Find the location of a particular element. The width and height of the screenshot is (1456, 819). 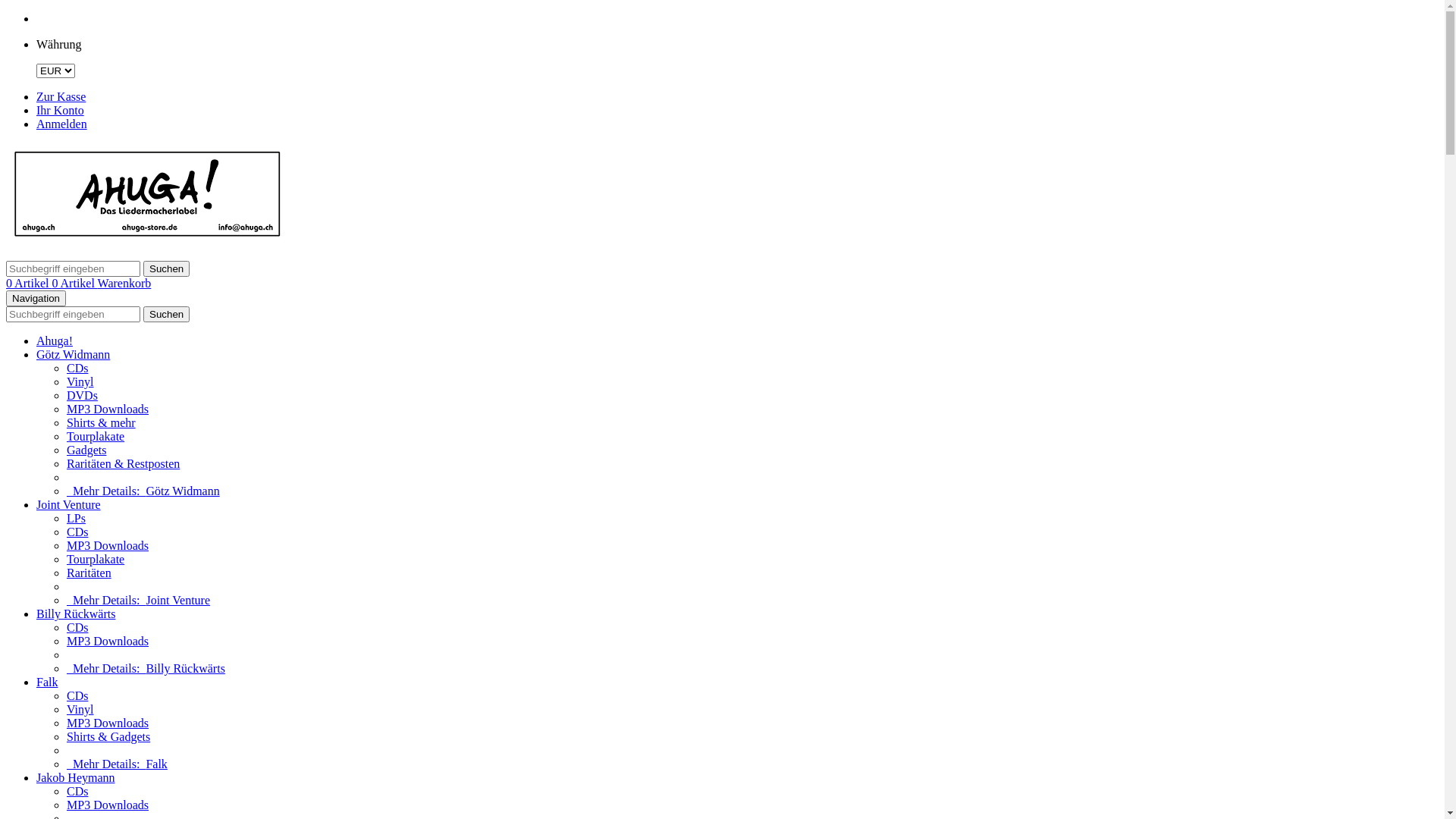

'CDs' is located at coordinates (65, 695).